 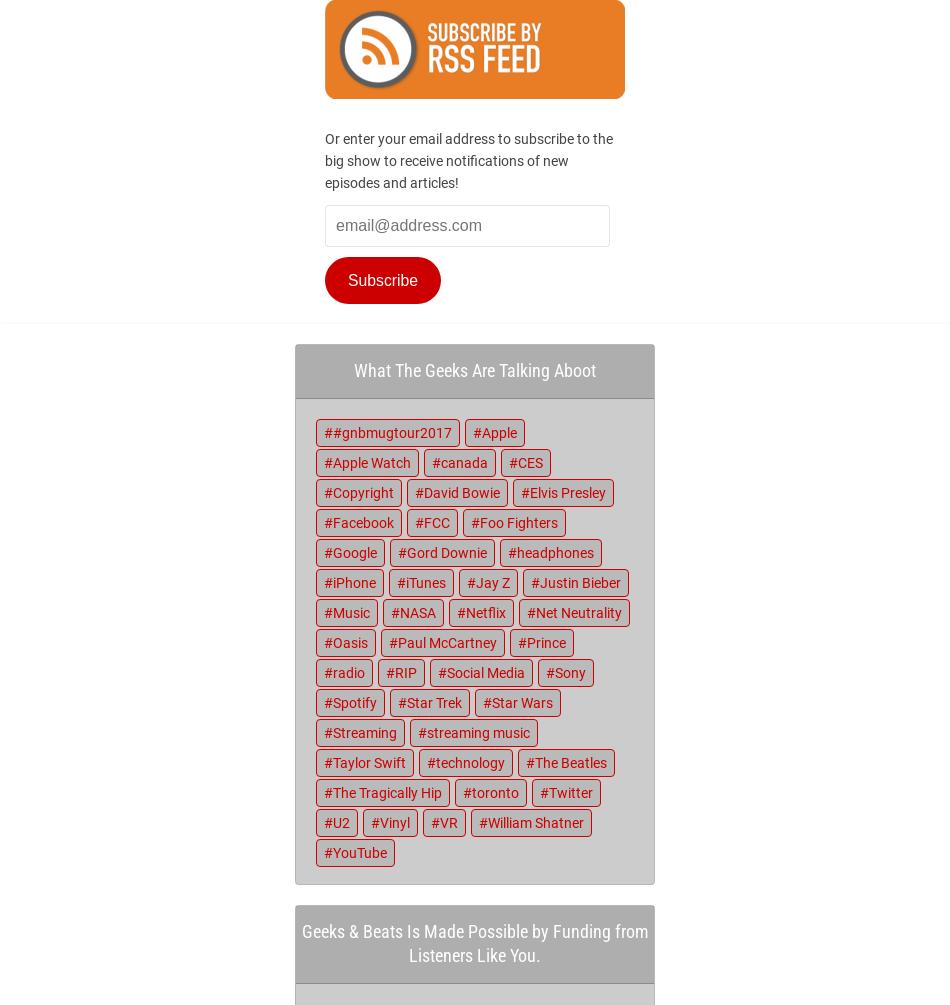 What do you see at coordinates (331, 463) in the screenshot?
I see `'Apple Watch'` at bounding box center [331, 463].